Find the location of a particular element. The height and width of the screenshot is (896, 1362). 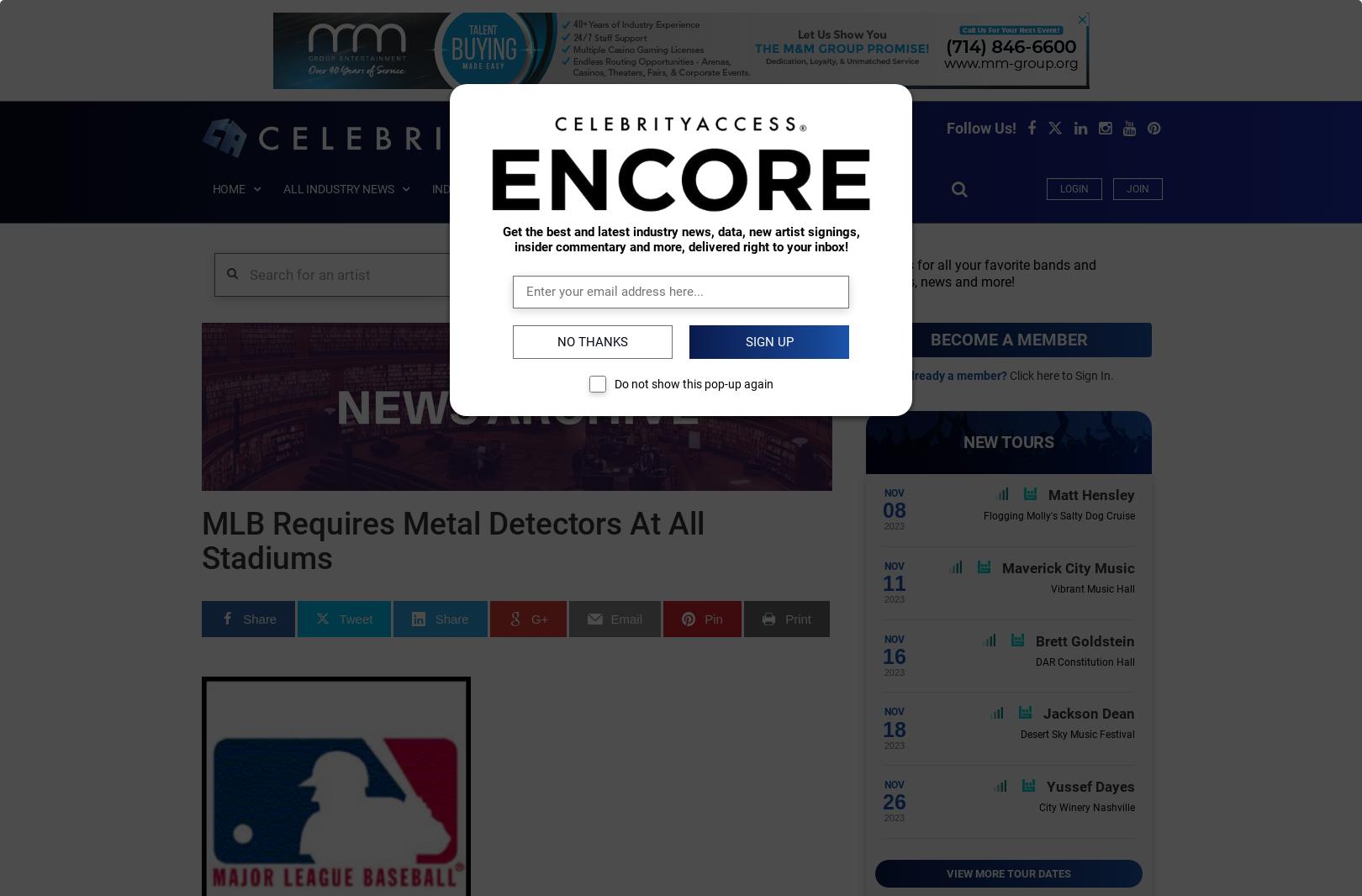

'Technology News' is located at coordinates (362, 792).